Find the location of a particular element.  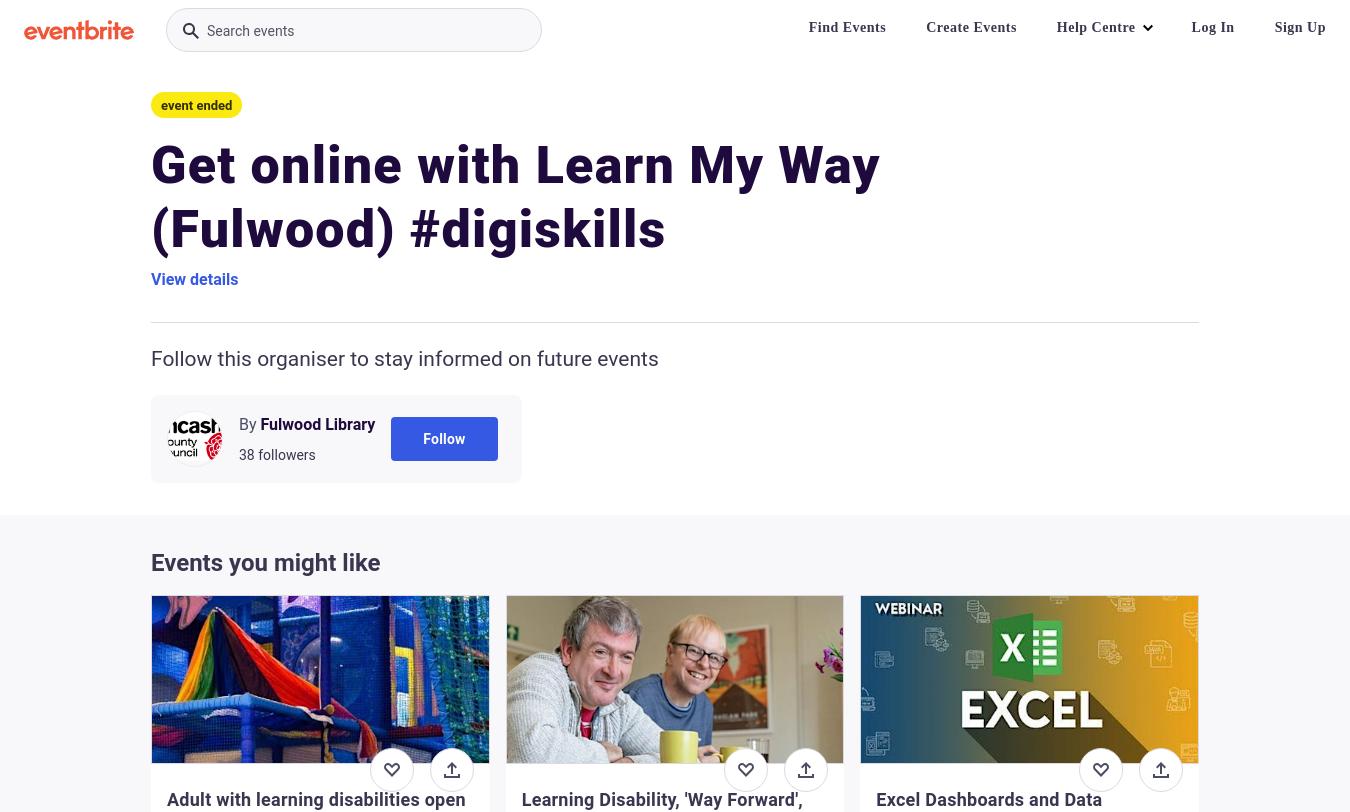

'Search events' is located at coordinates (249, 31).